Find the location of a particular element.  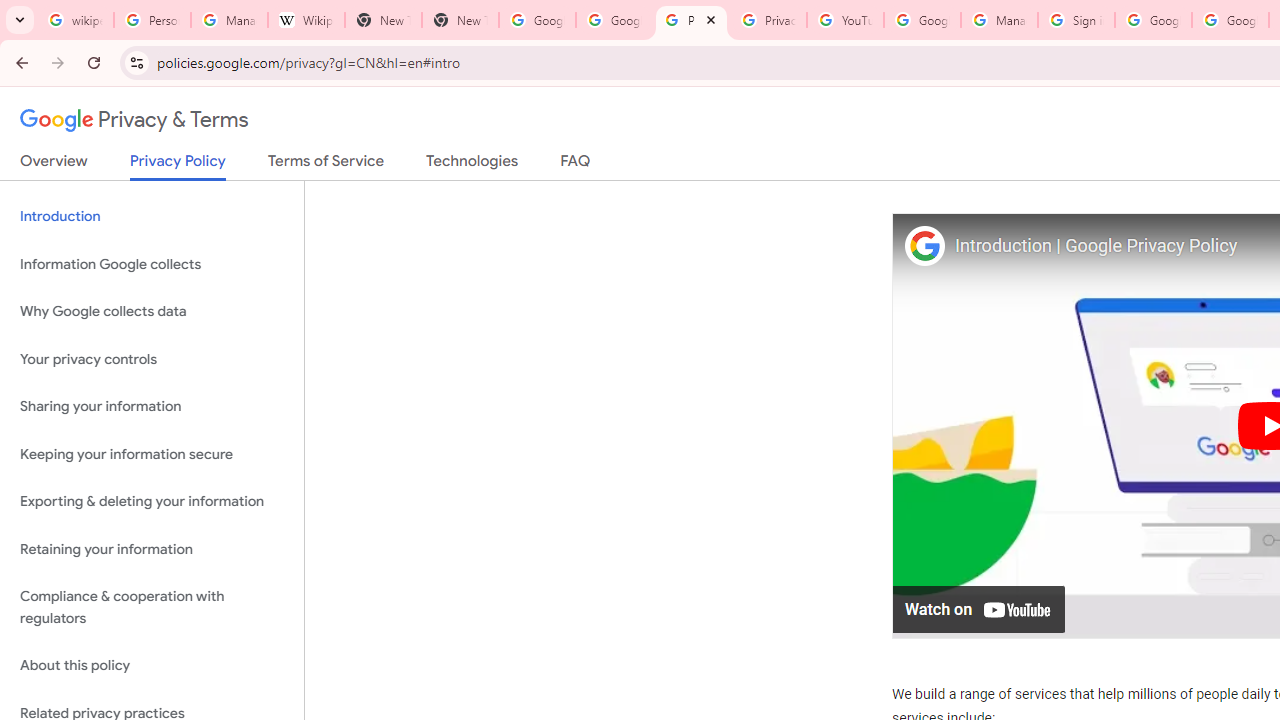

'Manage your Location History - Google Search Help' is located at coordinates (229, 20).